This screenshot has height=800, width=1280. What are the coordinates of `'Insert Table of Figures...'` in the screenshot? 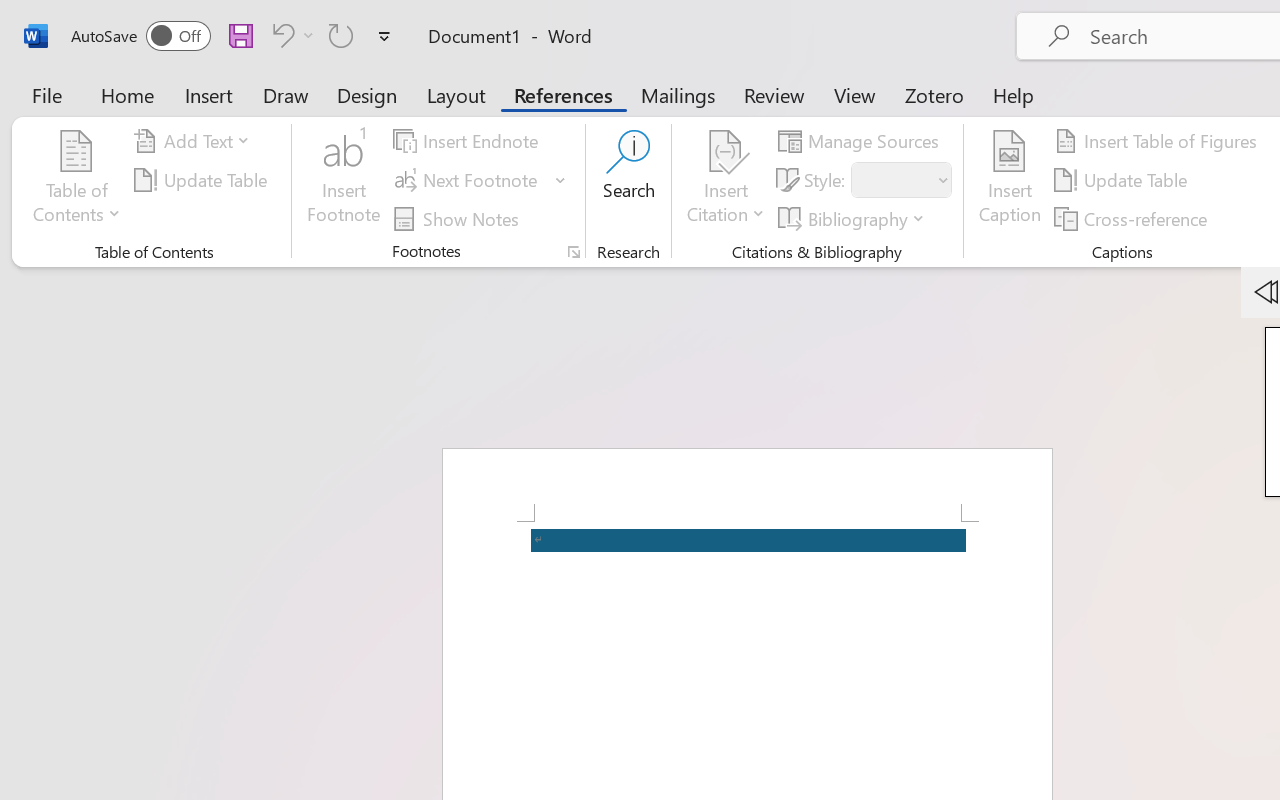 It's located at (1159, 141).